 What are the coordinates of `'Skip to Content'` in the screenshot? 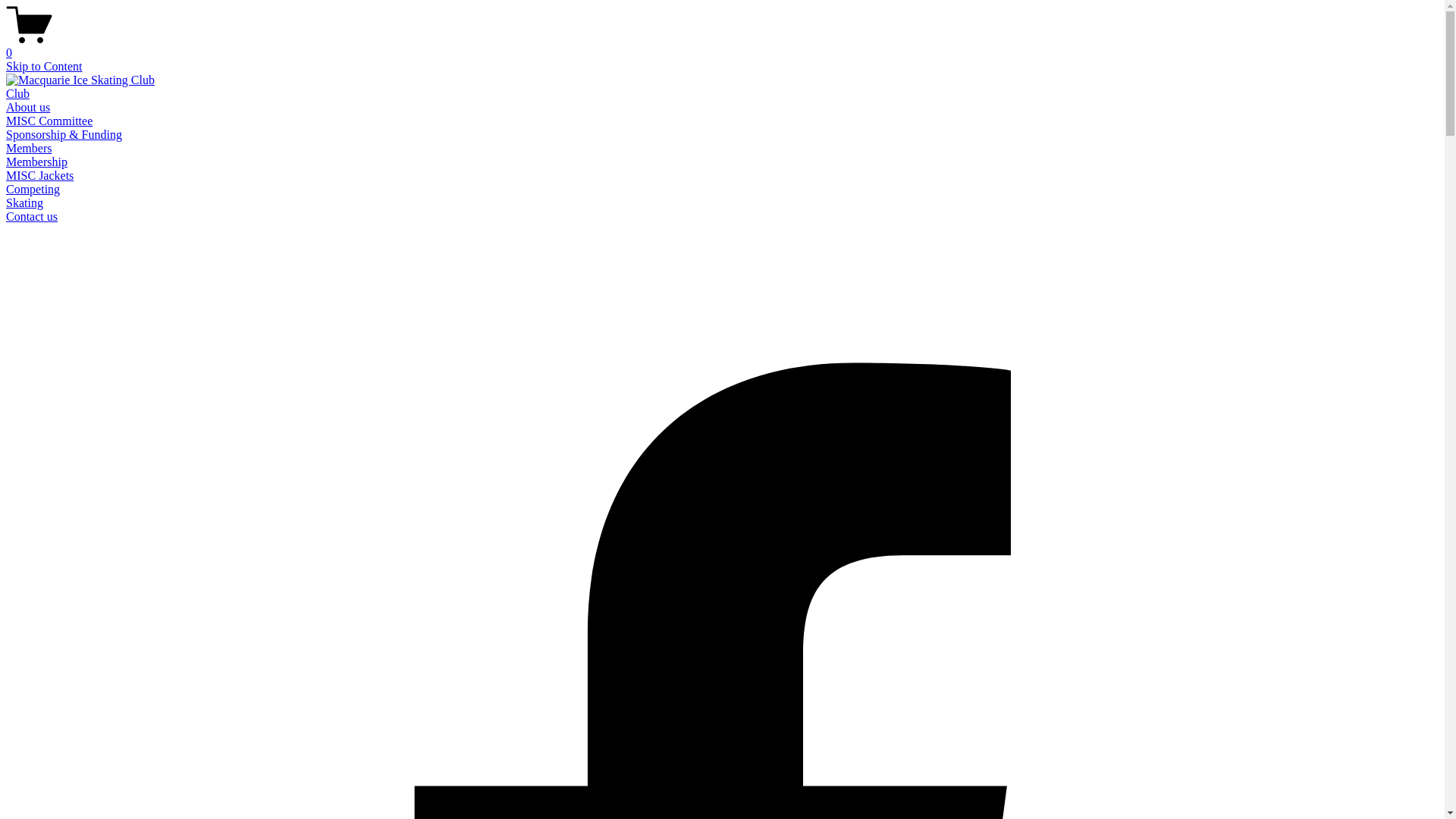 It's located at (6, 65).